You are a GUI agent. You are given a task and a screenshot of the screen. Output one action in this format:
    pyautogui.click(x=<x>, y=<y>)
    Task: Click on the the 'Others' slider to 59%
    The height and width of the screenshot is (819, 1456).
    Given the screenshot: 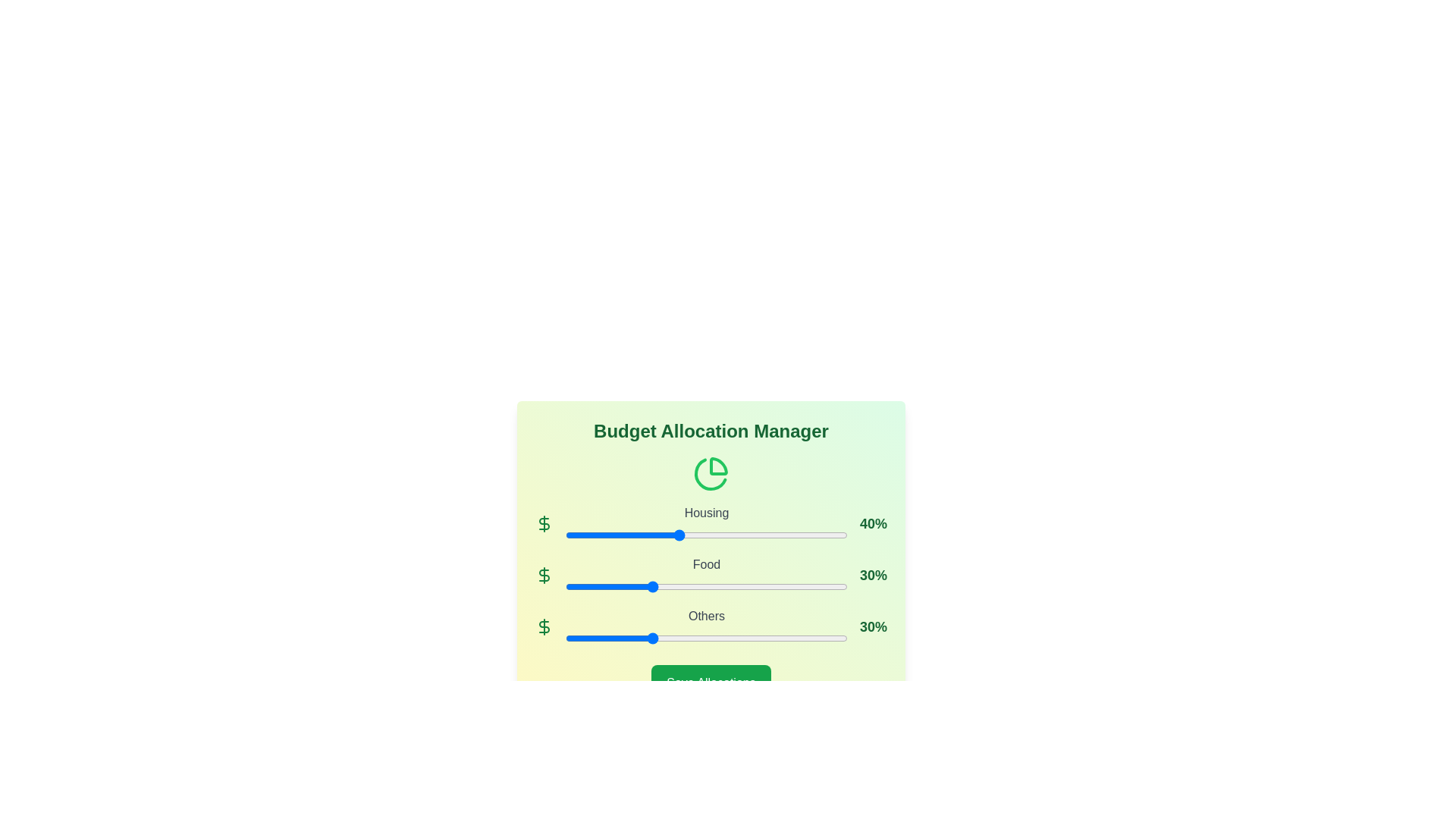 What is the action you would take?
    pyautogui.click(x=732, y=638)
    